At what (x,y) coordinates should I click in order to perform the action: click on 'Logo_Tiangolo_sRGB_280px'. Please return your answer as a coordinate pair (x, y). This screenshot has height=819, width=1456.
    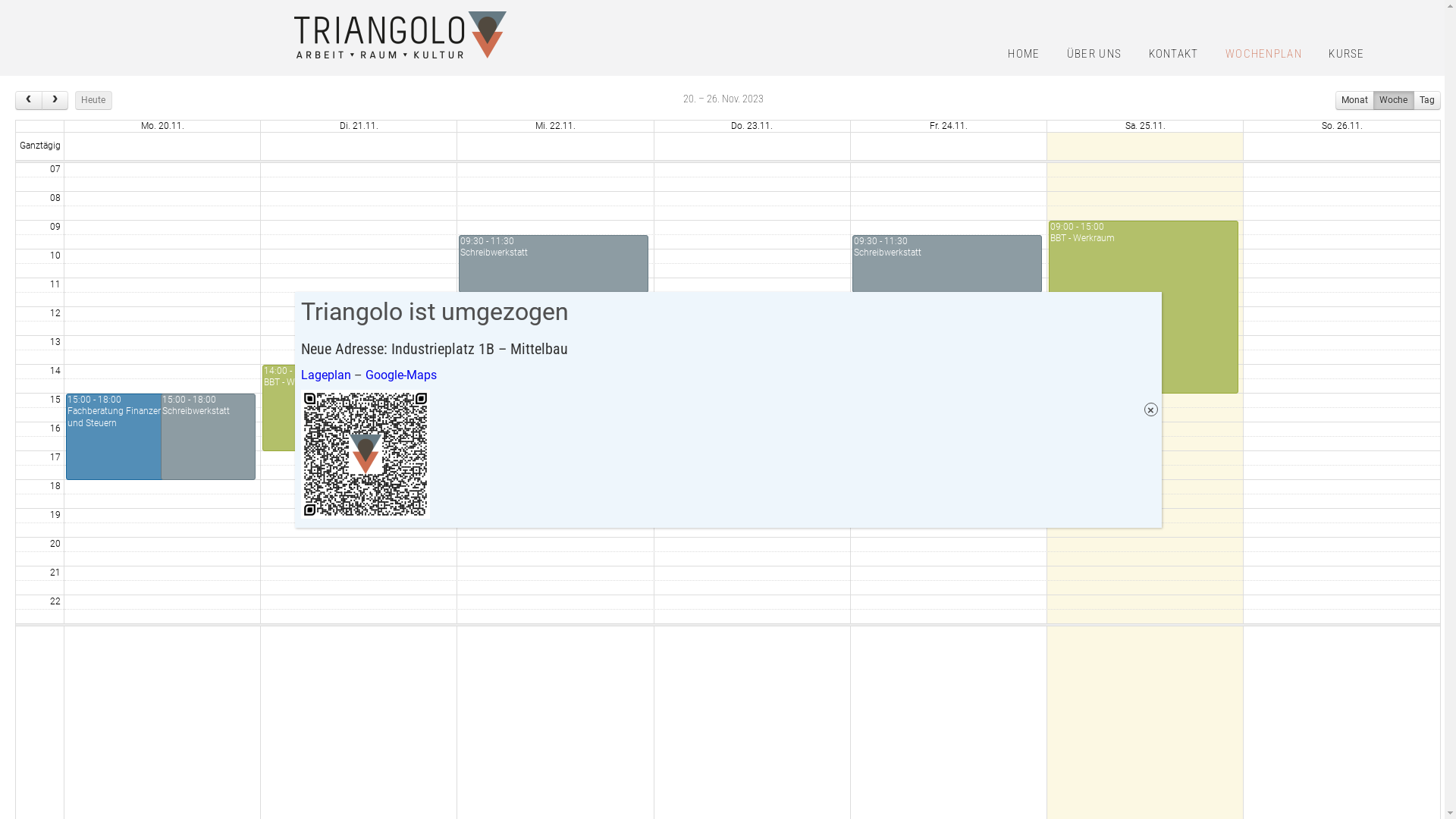
    Looking at the image, I should click on (400, 34).